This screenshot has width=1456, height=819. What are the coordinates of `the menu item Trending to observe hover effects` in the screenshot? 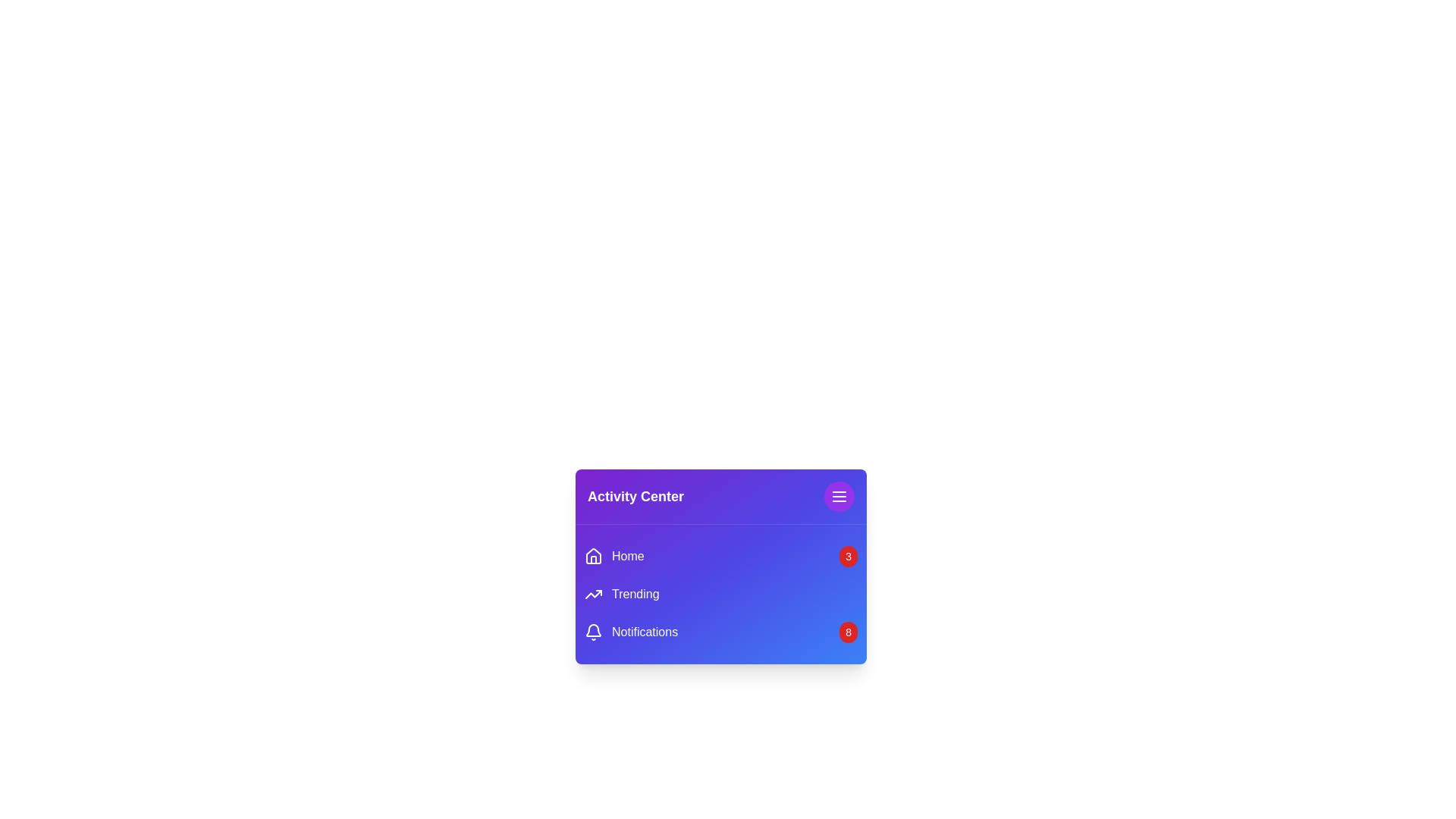 It's located at (622, 593).